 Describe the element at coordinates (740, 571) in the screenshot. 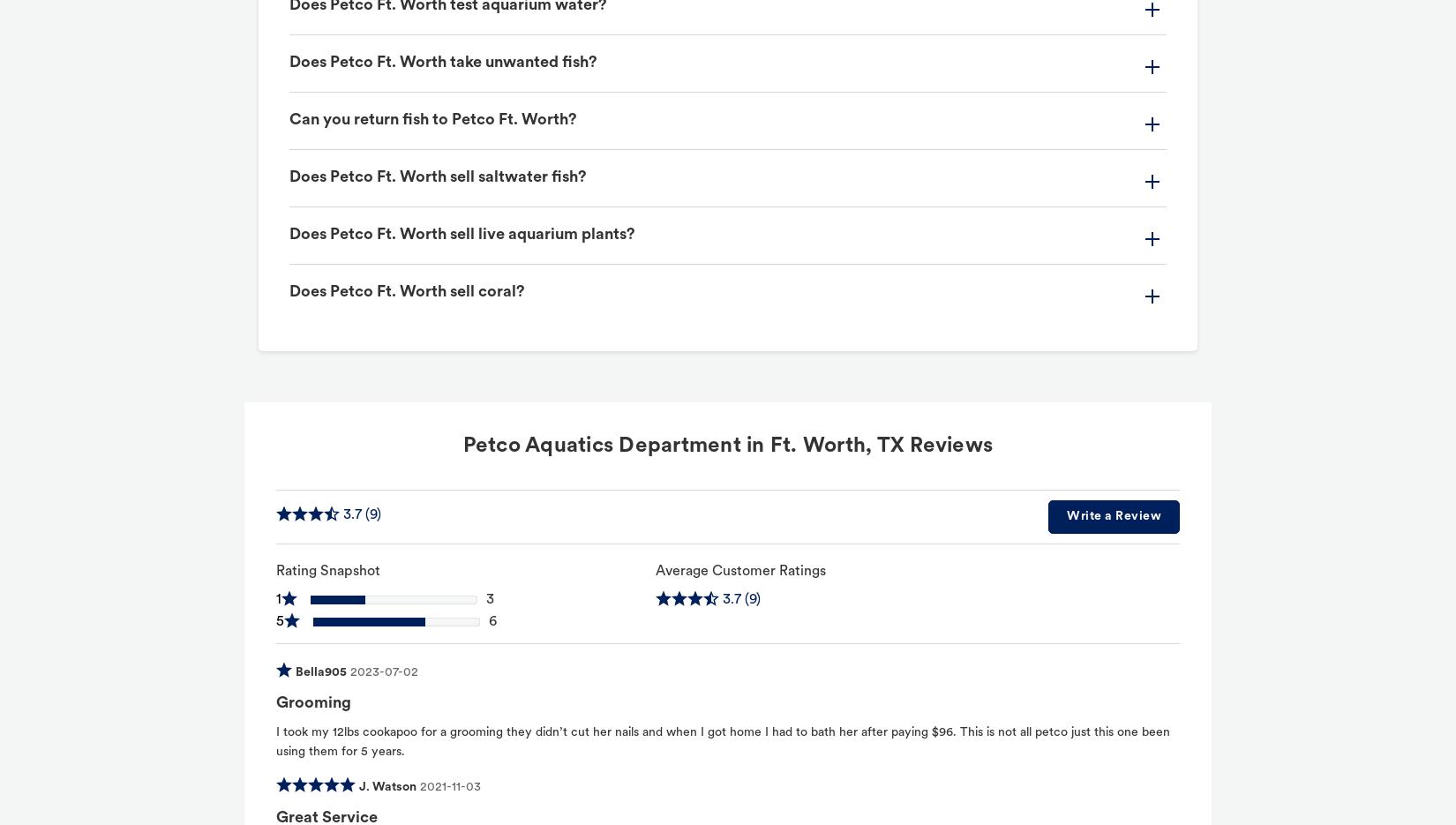

I see `'Average Customer Ratings'` at that location.